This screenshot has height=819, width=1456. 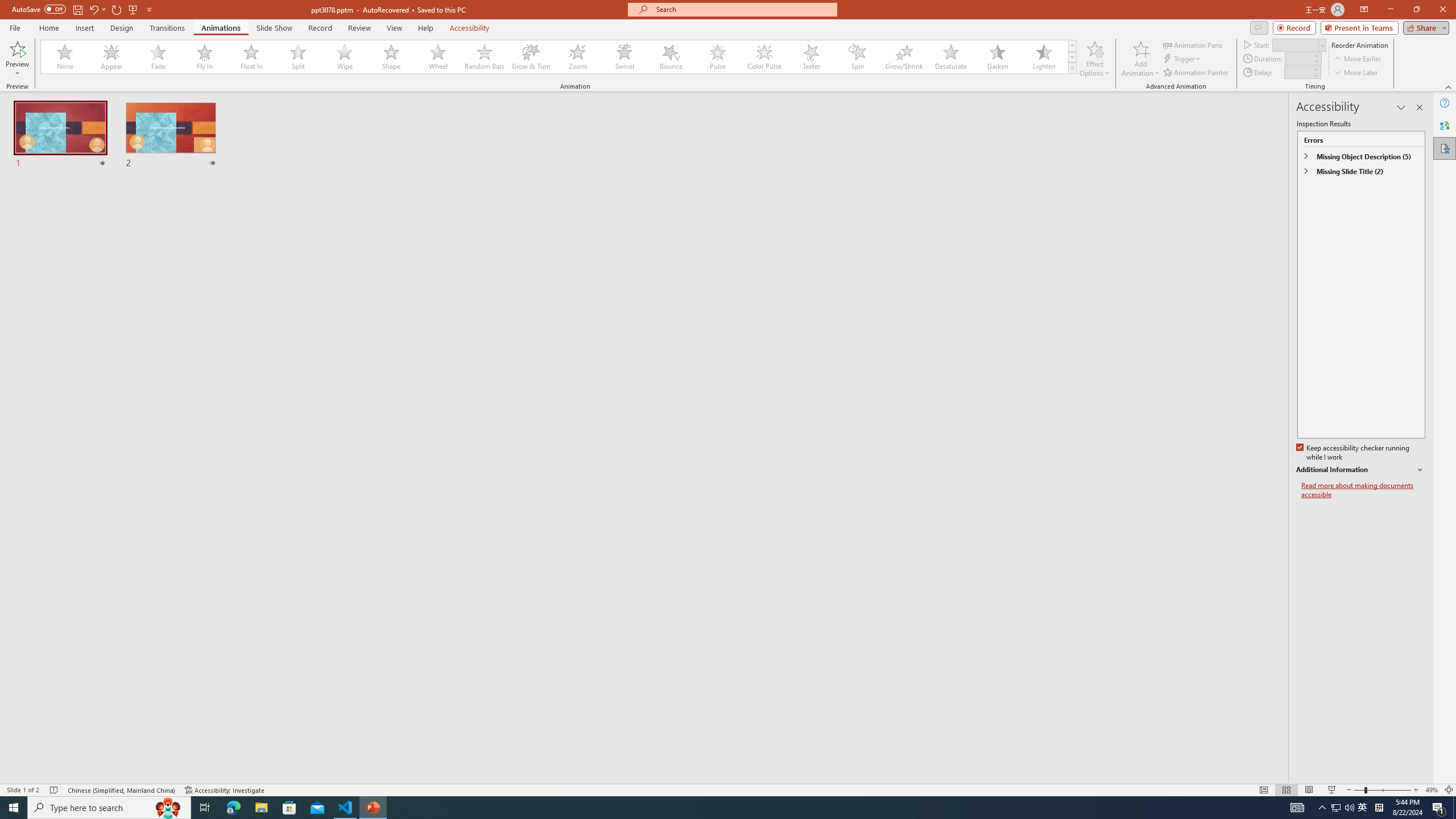 What do you see at coordinates (204, 56) in the screenshot?
I see `'Fly In'` at bounding box center [204, 56].